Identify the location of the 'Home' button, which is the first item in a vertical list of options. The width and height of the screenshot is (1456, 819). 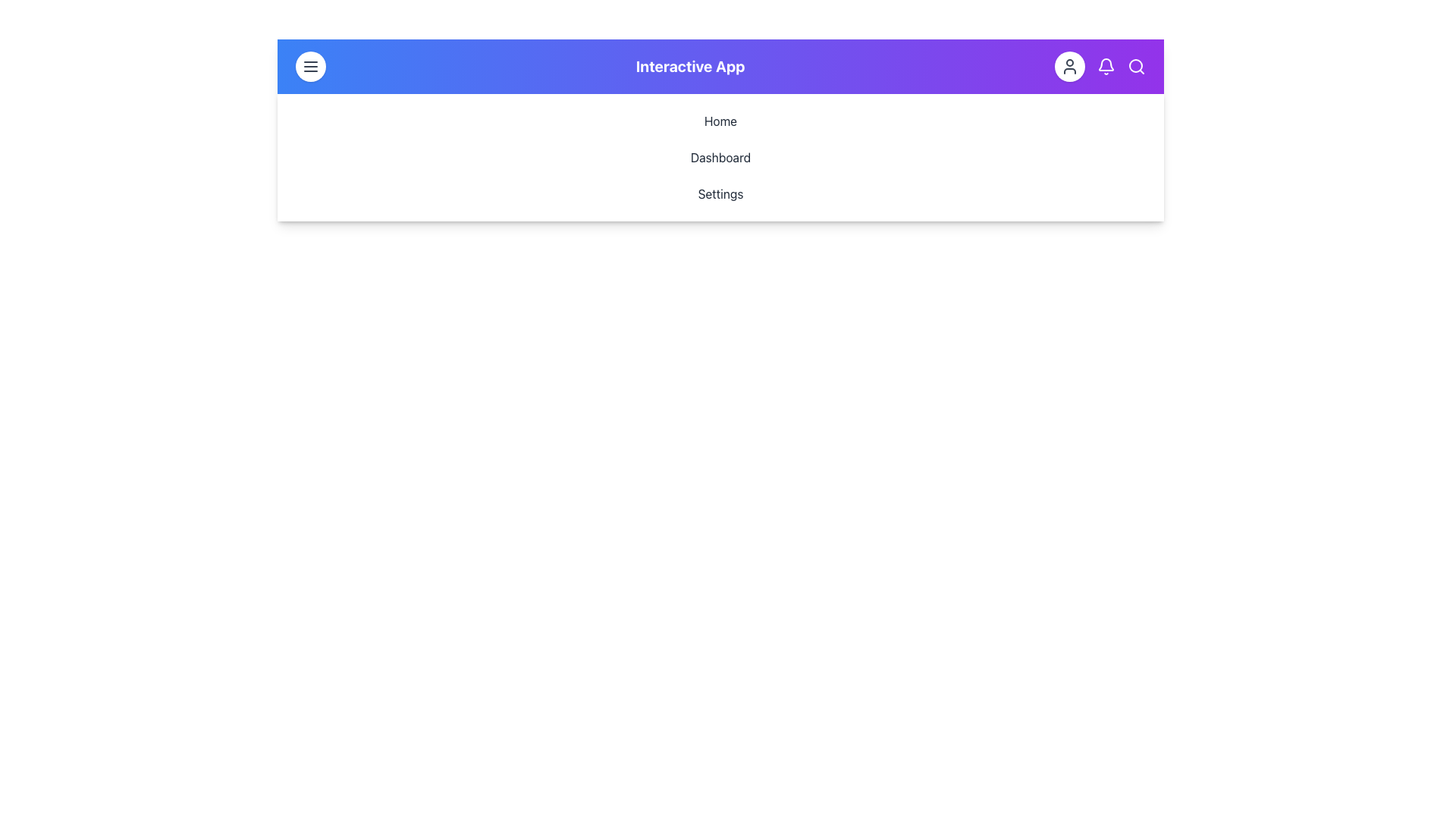
(720, 120).